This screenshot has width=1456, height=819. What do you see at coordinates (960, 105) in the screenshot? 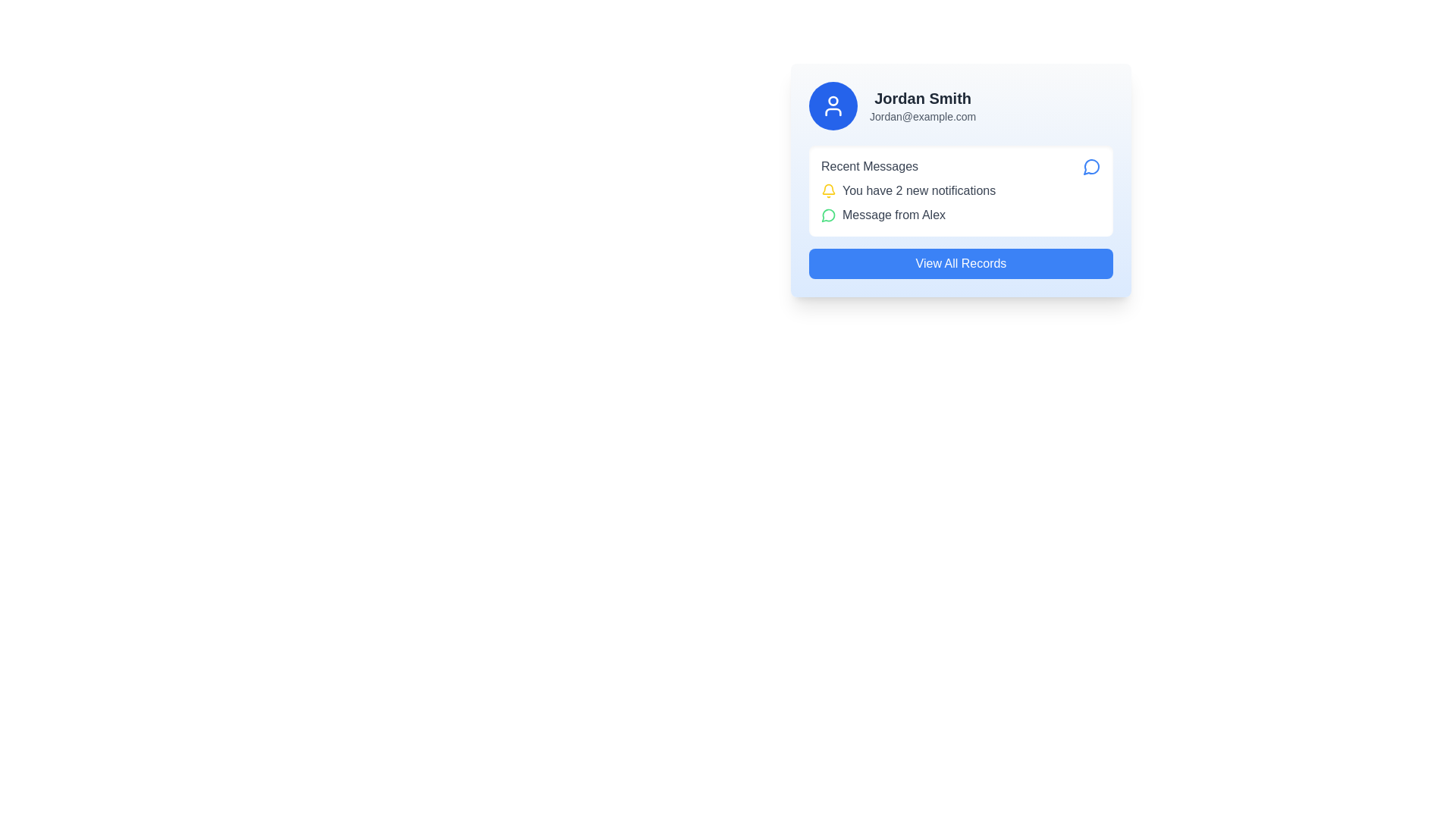
I see `the Profile display element containing a blue circular profile icon on the left and the name 'Jordan Smith' and email 'Jordan@example.com' aligned vertically on the right` at bounding box center [960, 105].